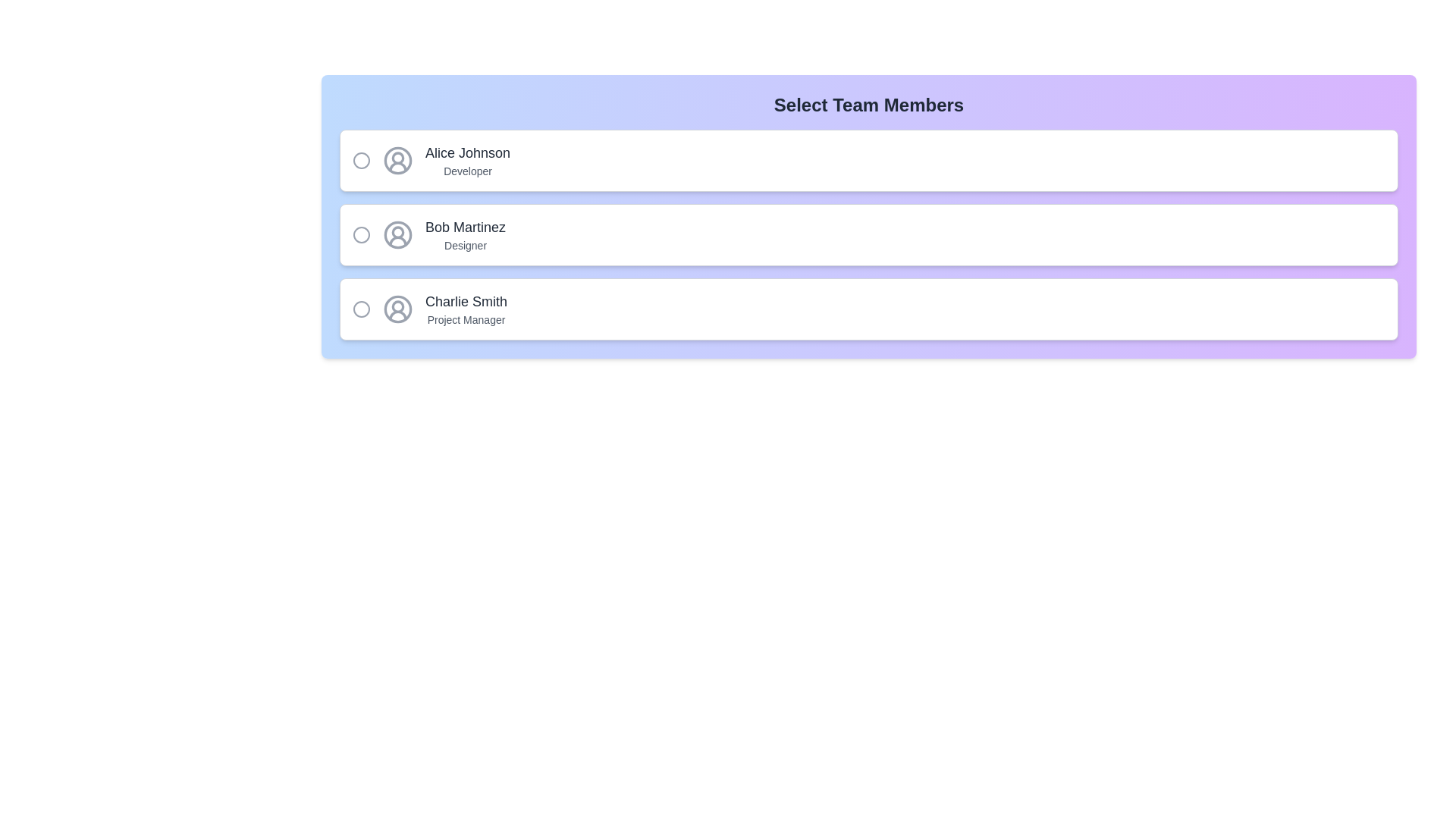 The image size is (1456, 819). Describe the element at coordinates (397, 309) in the screenshot. I see `the profile icon representing 'Charlie Smith', located as the third user icon in the list, which serves to indicate the associated person's profile` at that location.